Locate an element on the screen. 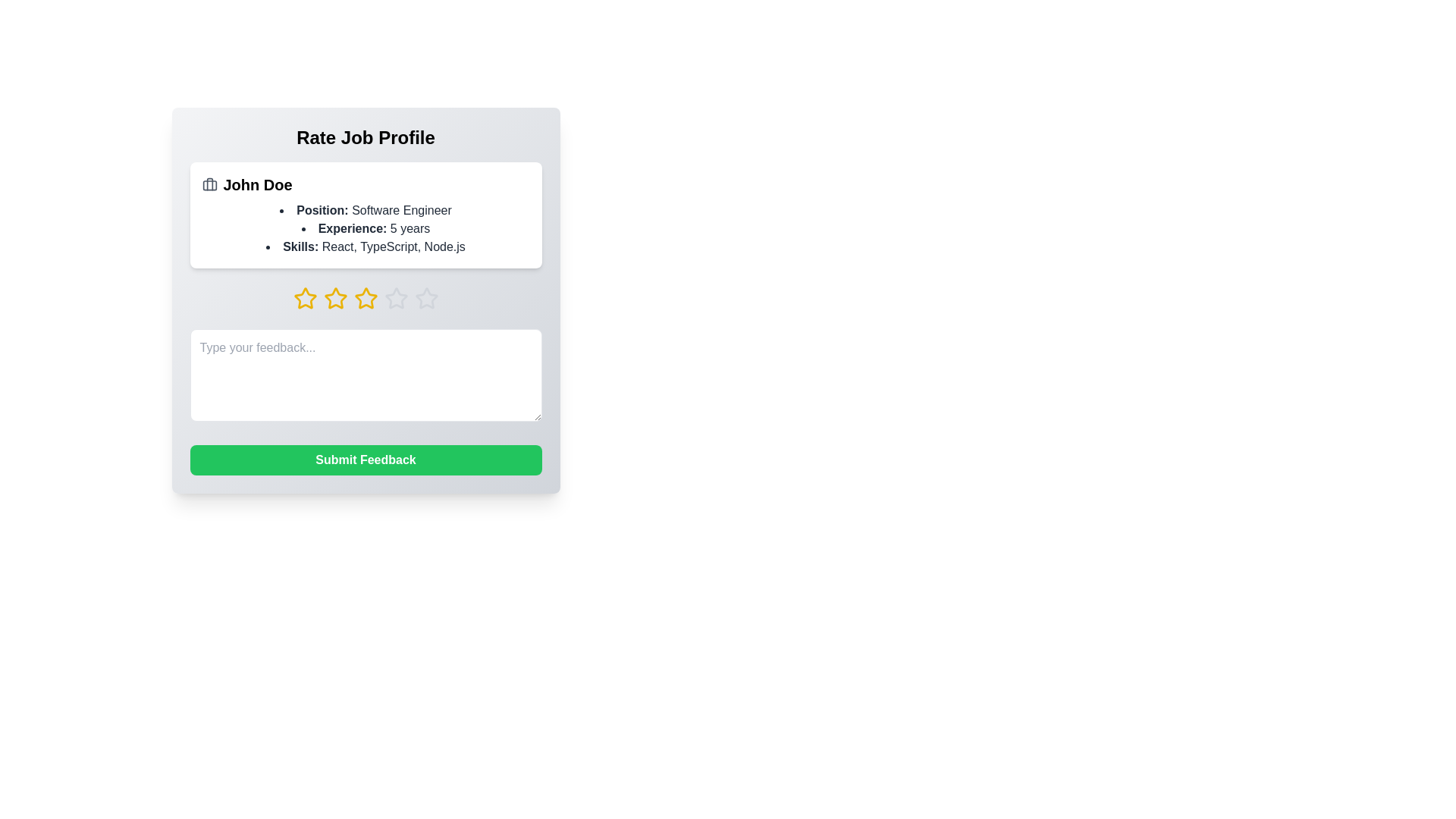 This screenshot has width=1456, height=819. the third yellow Rating Star in the feedback form titled 'Rate Job Profile' is located at coordinates (334, 298).